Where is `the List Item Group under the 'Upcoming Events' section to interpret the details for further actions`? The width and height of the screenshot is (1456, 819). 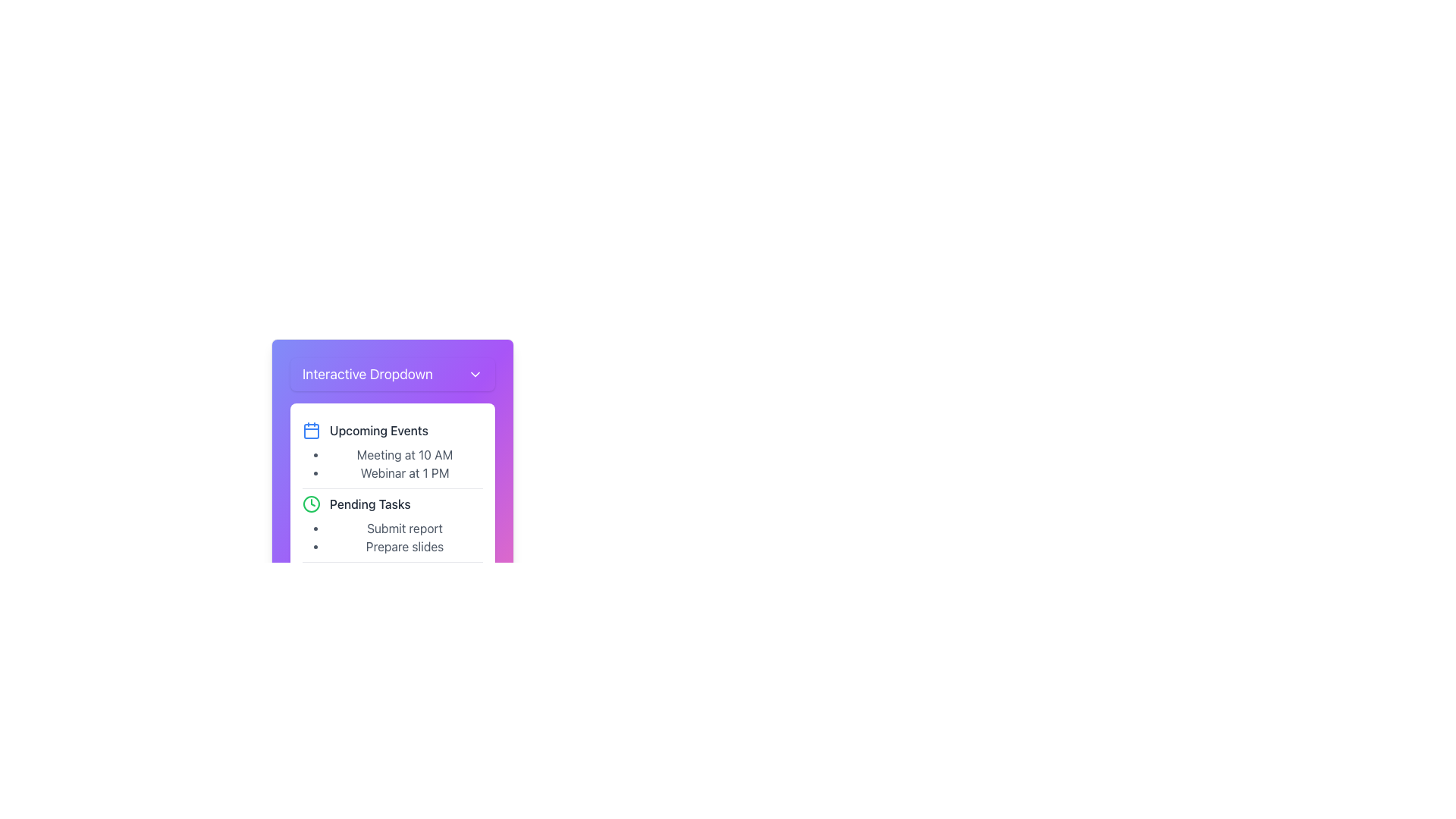
the List Item Group under the 'Upcoming Events' section to interpret the details for further actions is located at coordinates (404, 463).